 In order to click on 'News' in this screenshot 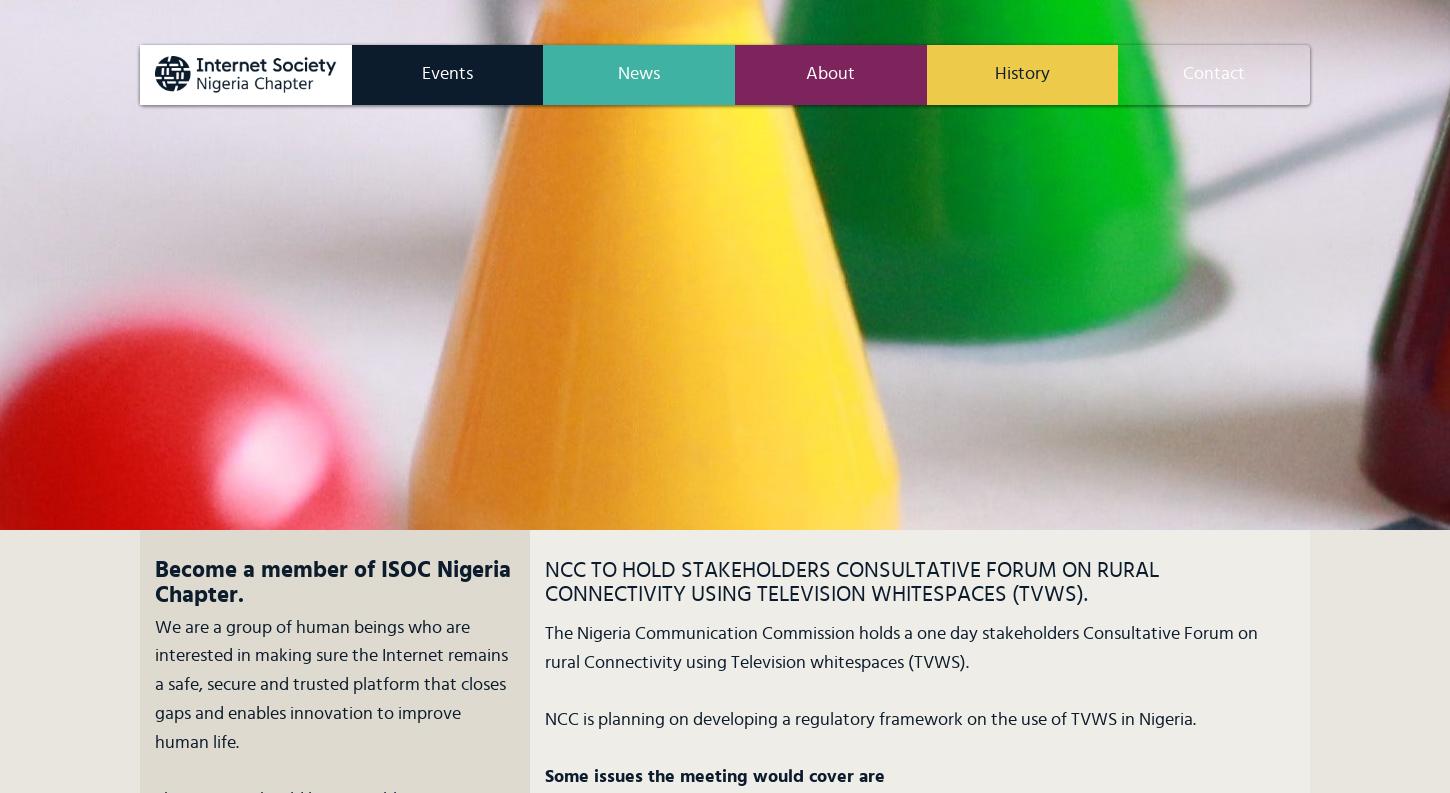, I will do `click(616, 73)`.